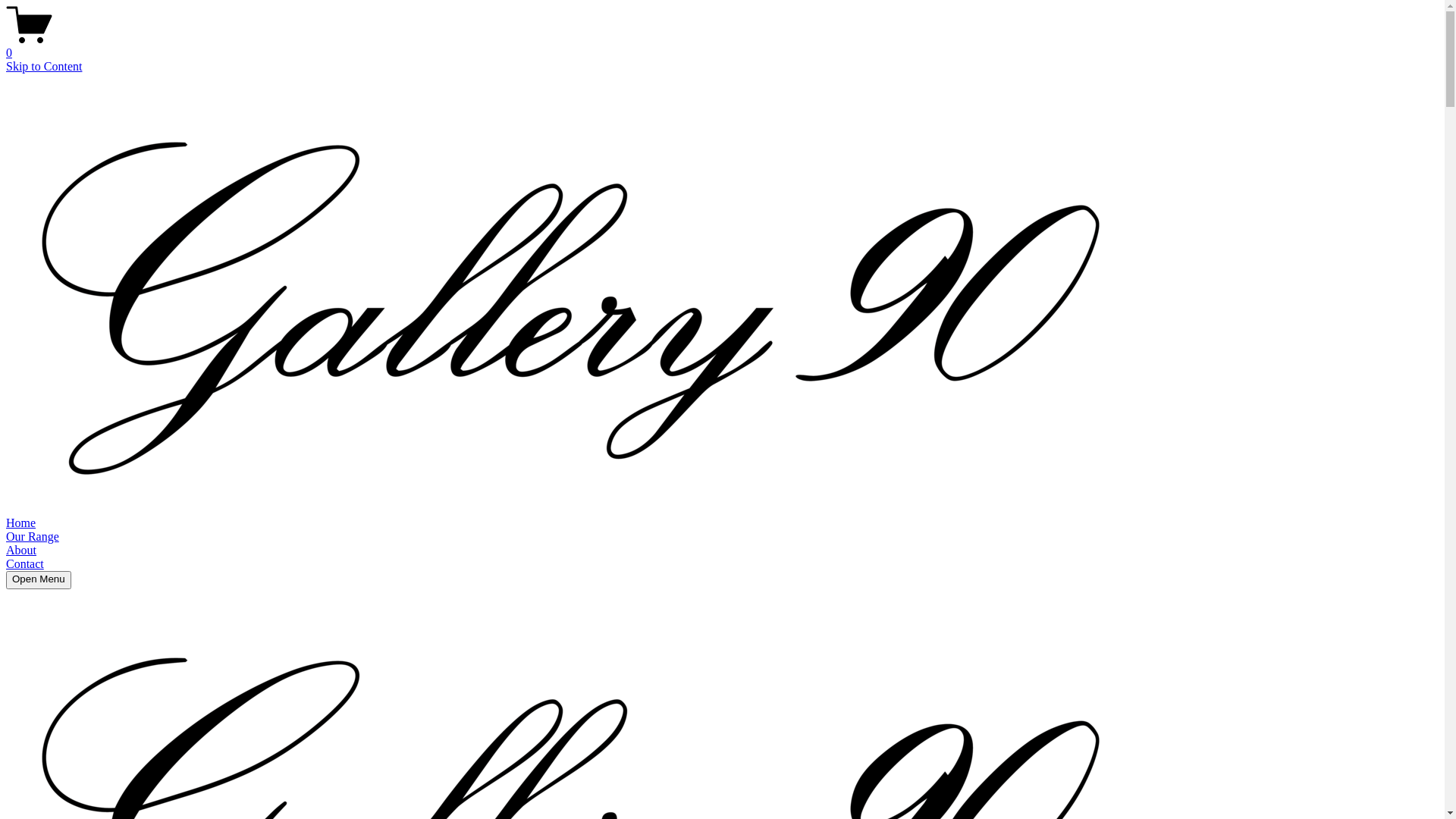 The height and width of the screenshot is (819, 1456). What do you see at coordinates (43, 65) in the screenshot?
I see `'Skip to Content'` at bounding box center [43, 65].